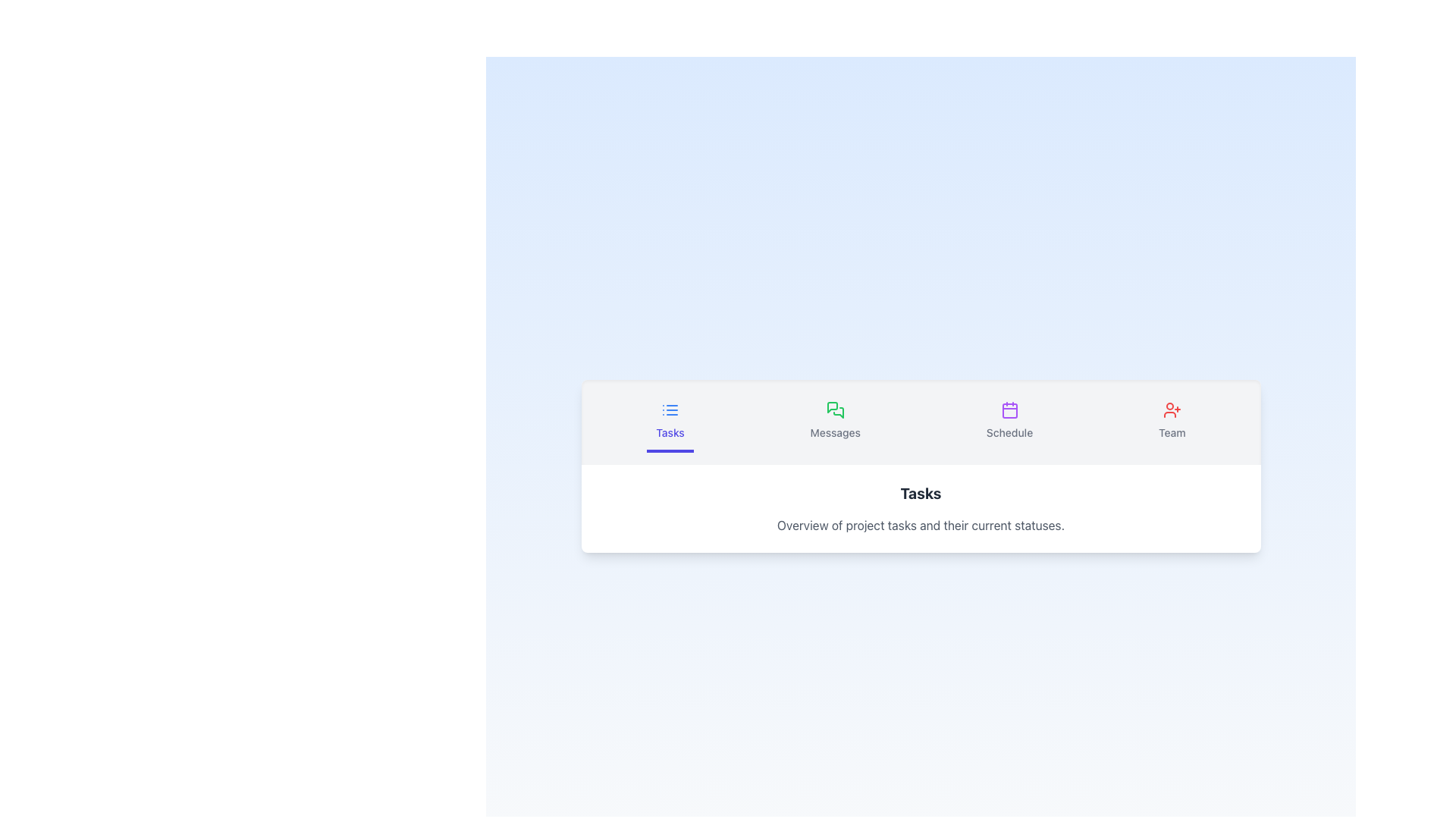 Image resolution: width=1456 pixels, height=819 pixels. Describe the element at coordinates (1171, 432) in the screenshot. I see `'Team' label text located in the bottom right section of the navigation bar, which serves as a label indicating the purpose of the 'Team' navigation section` at that location.